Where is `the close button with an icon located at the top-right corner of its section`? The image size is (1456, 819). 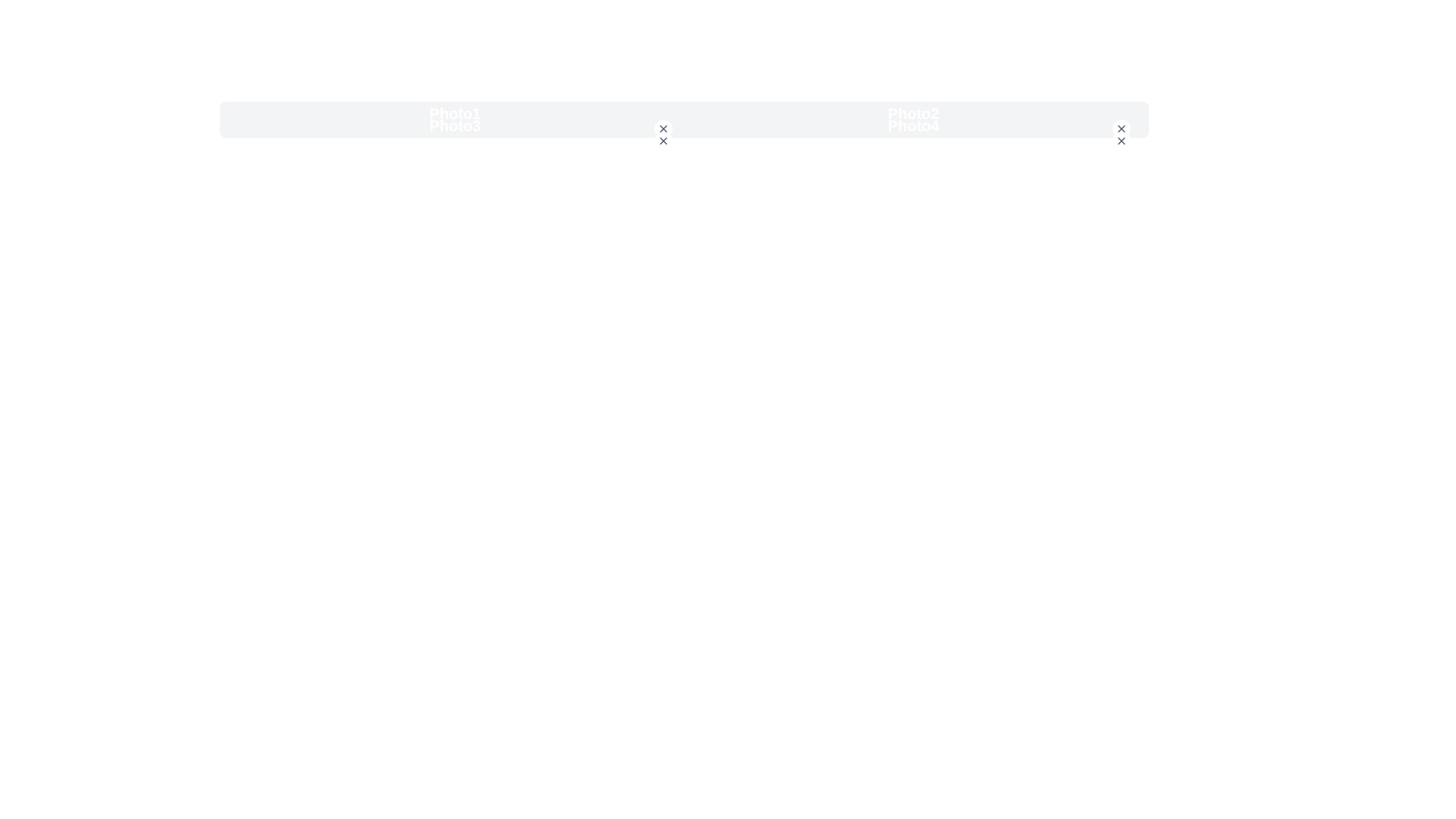
the close button with an icon located at the top-right corner of its section is located at coordinates (1121, 127).